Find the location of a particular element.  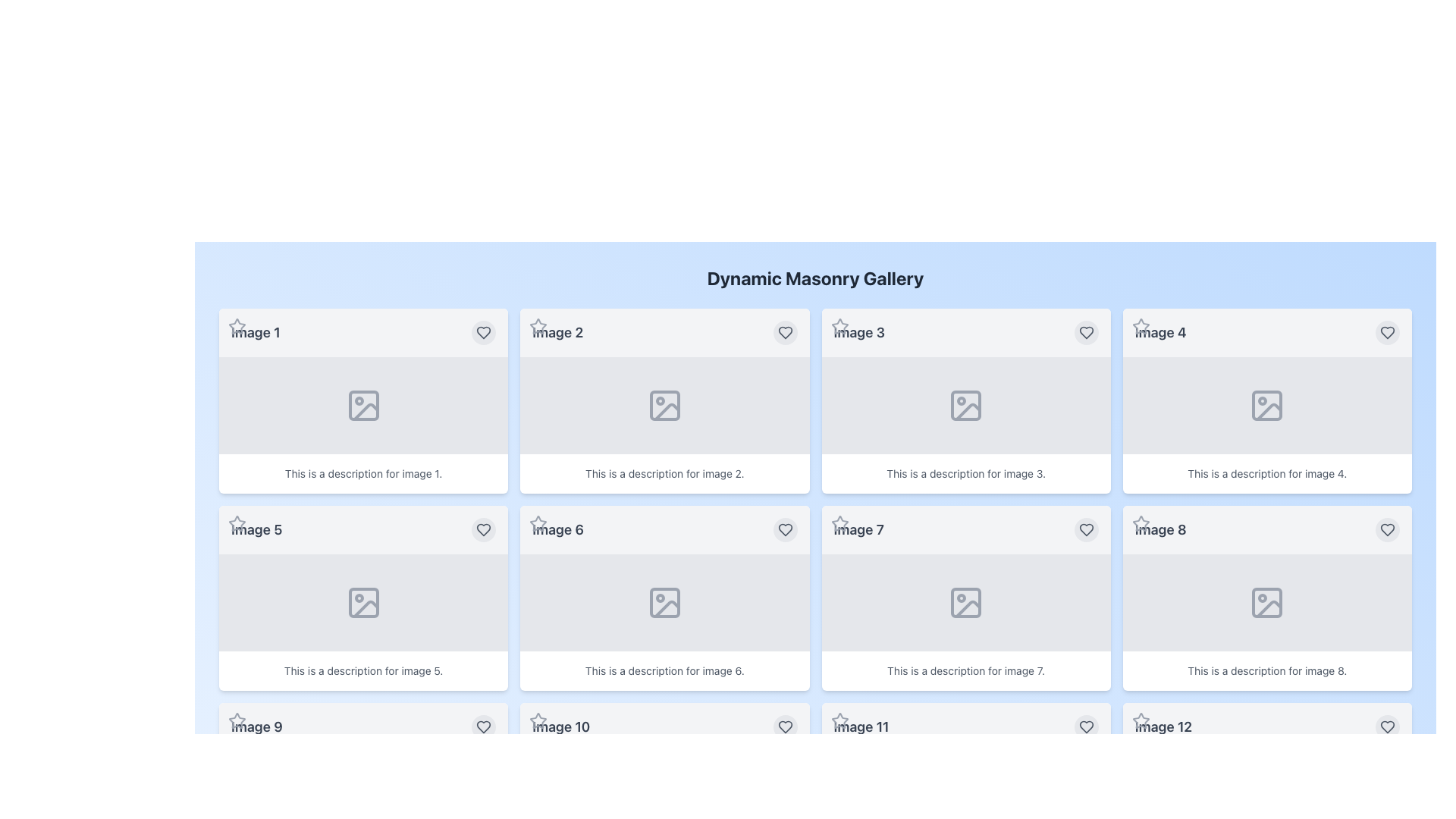

the text label that reads 'This is a description for image 6.' located at the bottom of the sixth card in the grid layout is located at coordinates (664, 670).